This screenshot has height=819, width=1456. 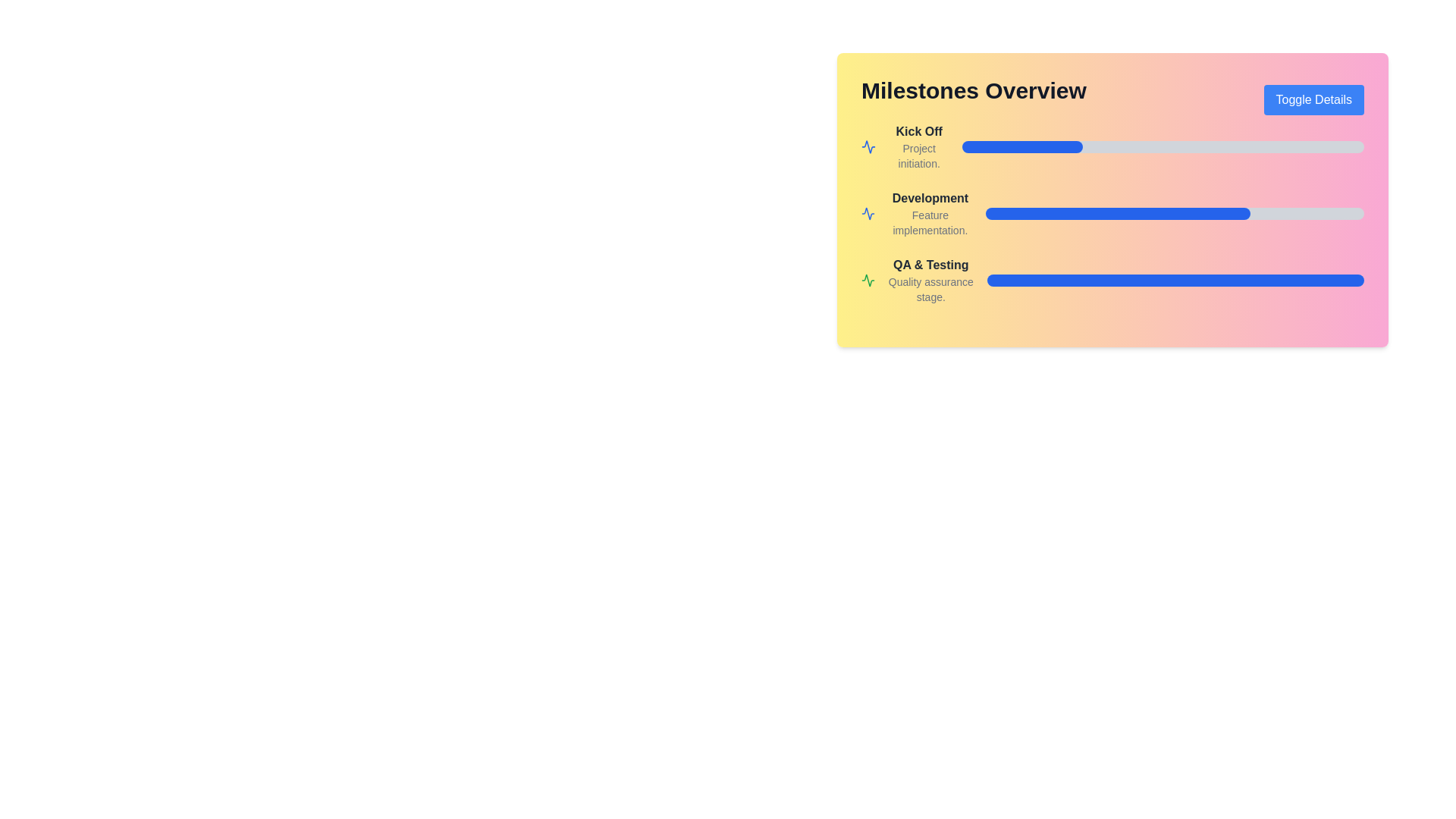 What do you see at coordinates (918, 146) in the screenshot?
I see `the Text block that describes the 'Kick Off' phase of the project, which is the first item in the Milestones Overview section` at bounding box center [918, 146].